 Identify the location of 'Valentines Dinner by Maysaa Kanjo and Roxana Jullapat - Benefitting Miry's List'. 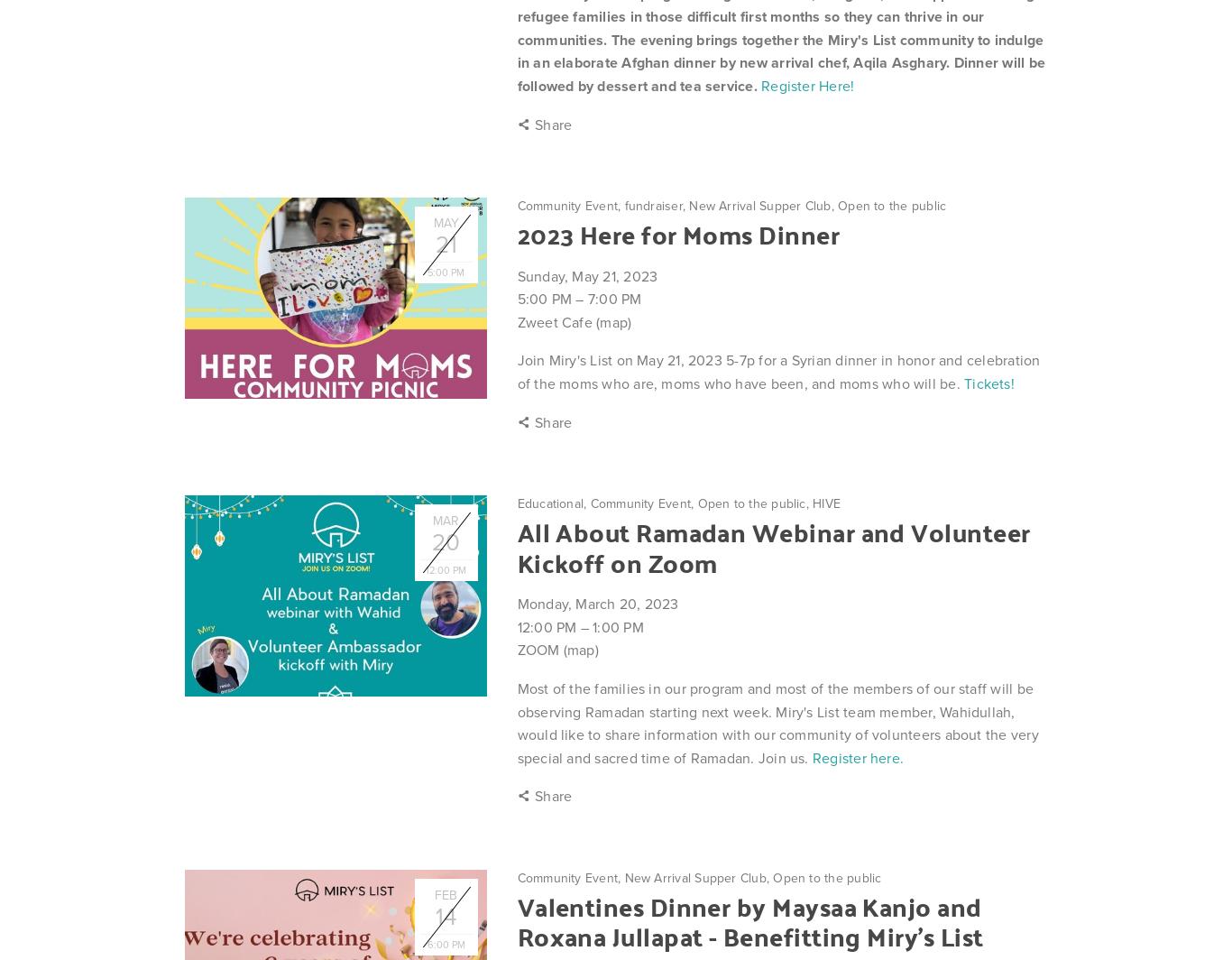
(749, 920).